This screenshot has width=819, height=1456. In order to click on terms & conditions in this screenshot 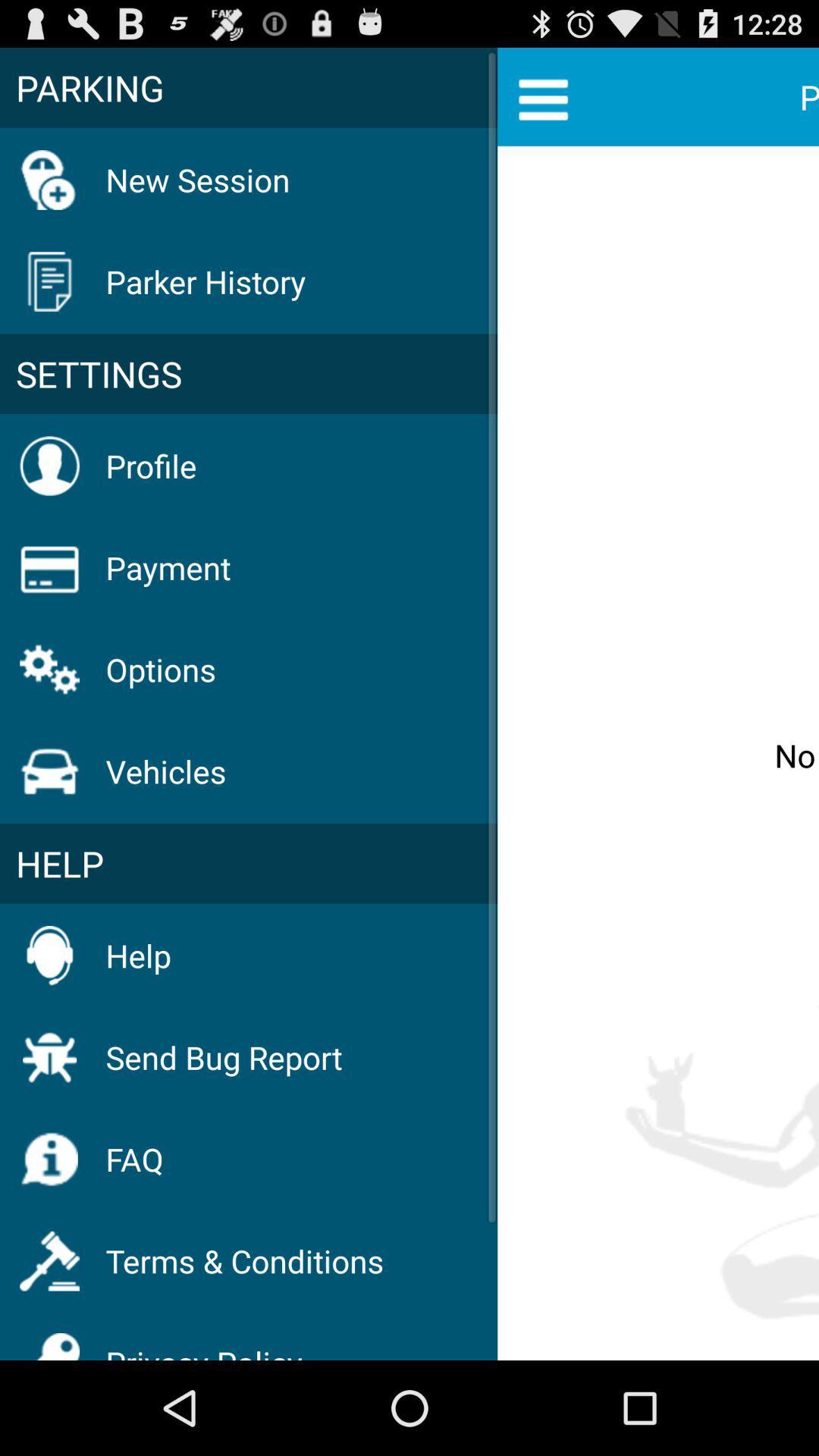, I will do `click(243, 1260)`.